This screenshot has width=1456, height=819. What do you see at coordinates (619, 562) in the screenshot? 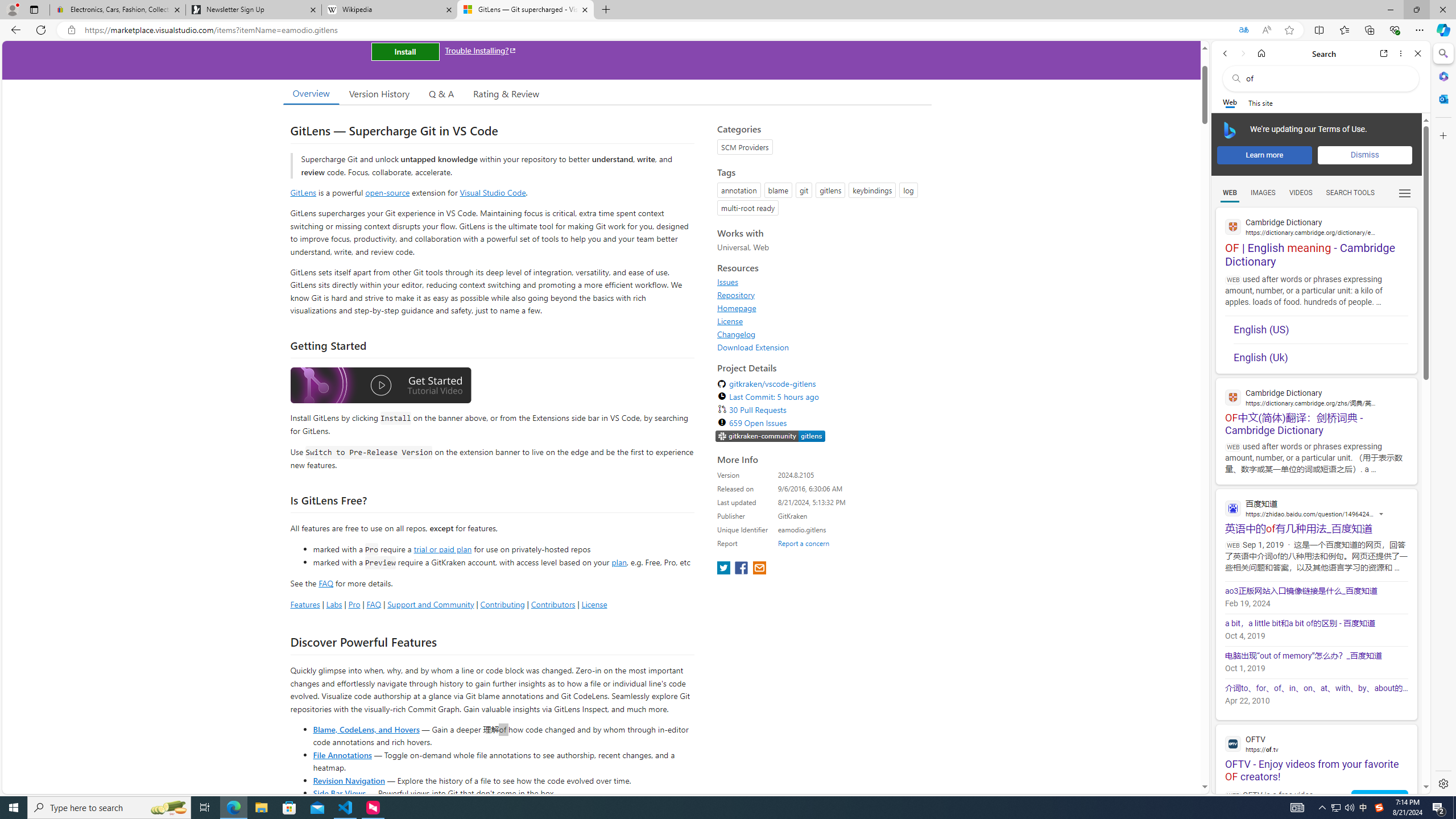
I see `'plan'` at bounding box center [619, 562].